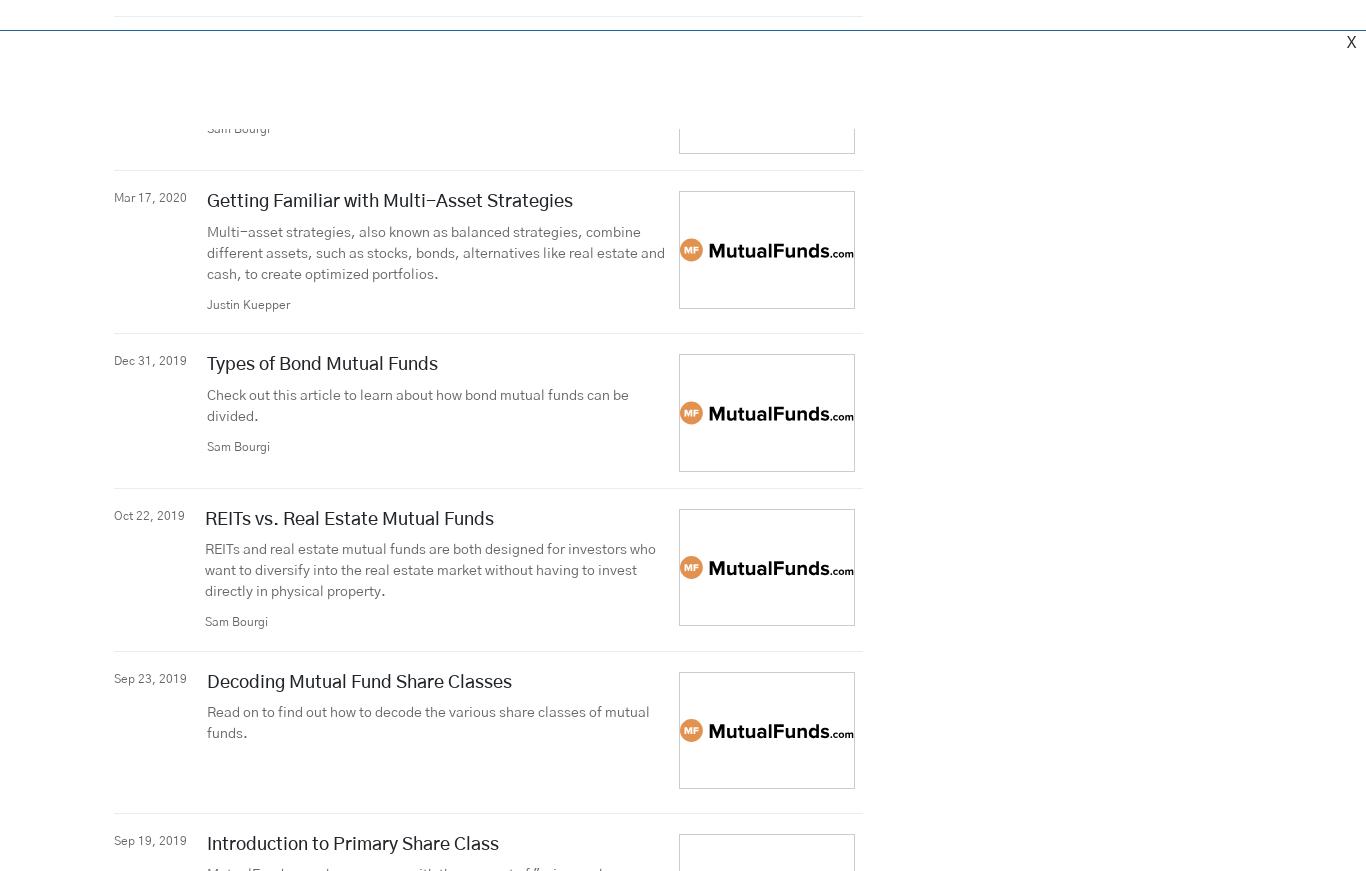  Describe the element at coordinates (149, 676) in the screenshot. I see `'Sep 23, 2019'` at that location.